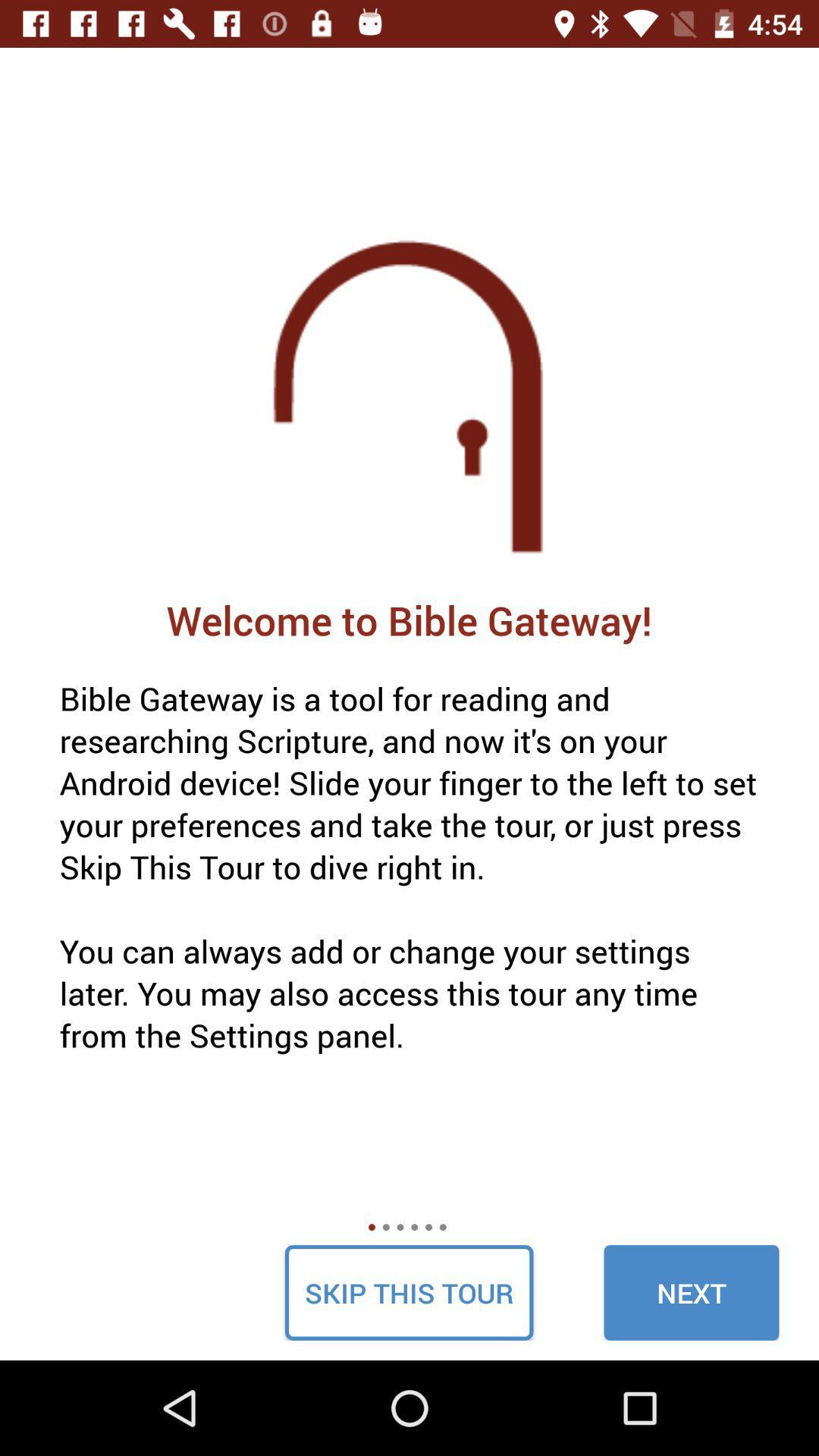 Image resolution: width=819 pixels, height=1456 pixels. Describe the element at coordinates (408, 1291) in the screenshot. I see `the skip this tour icon` at that location.